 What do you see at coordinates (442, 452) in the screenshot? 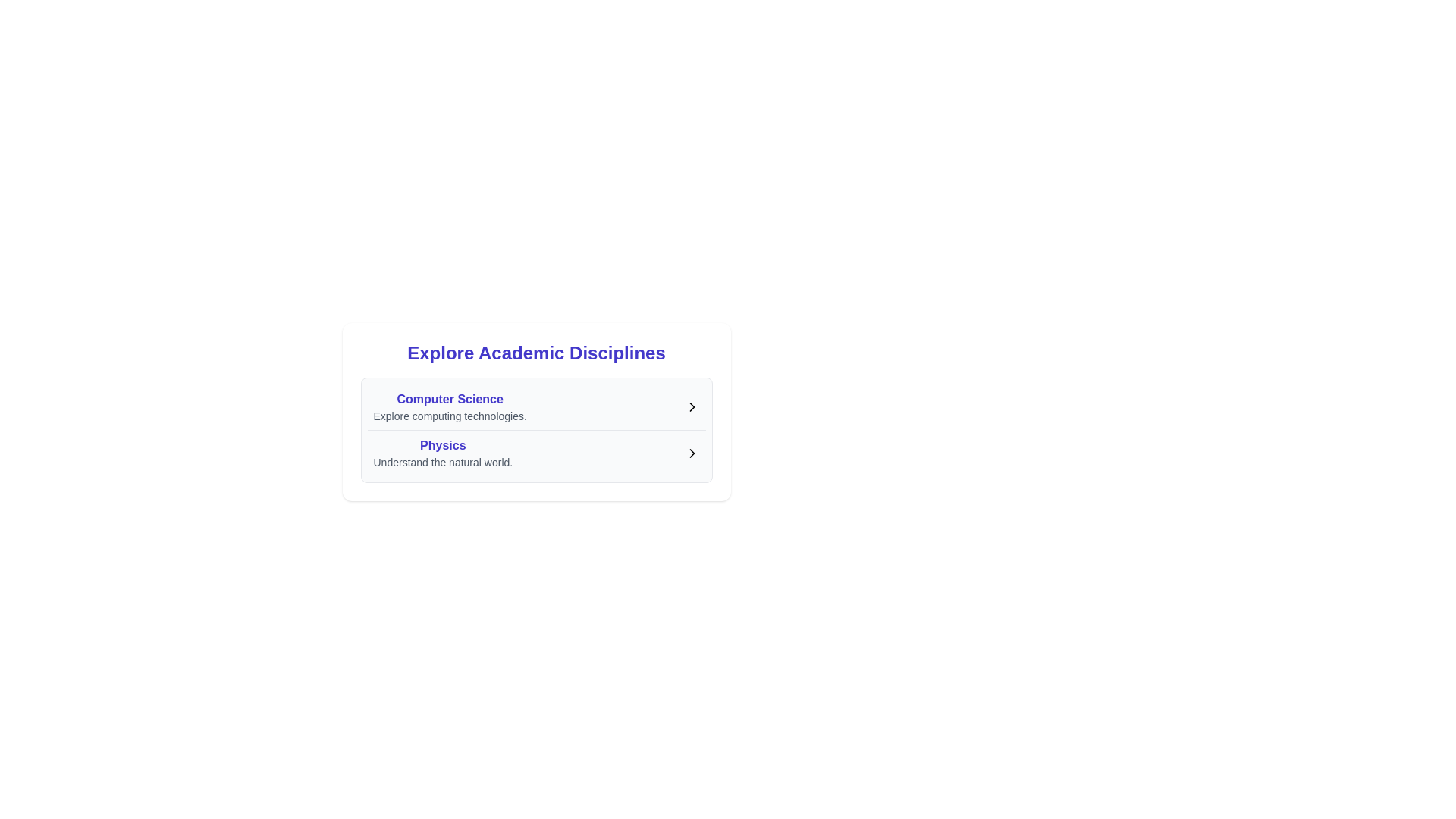
I see `the academic discipline represented` at bounding box center [442, 452].